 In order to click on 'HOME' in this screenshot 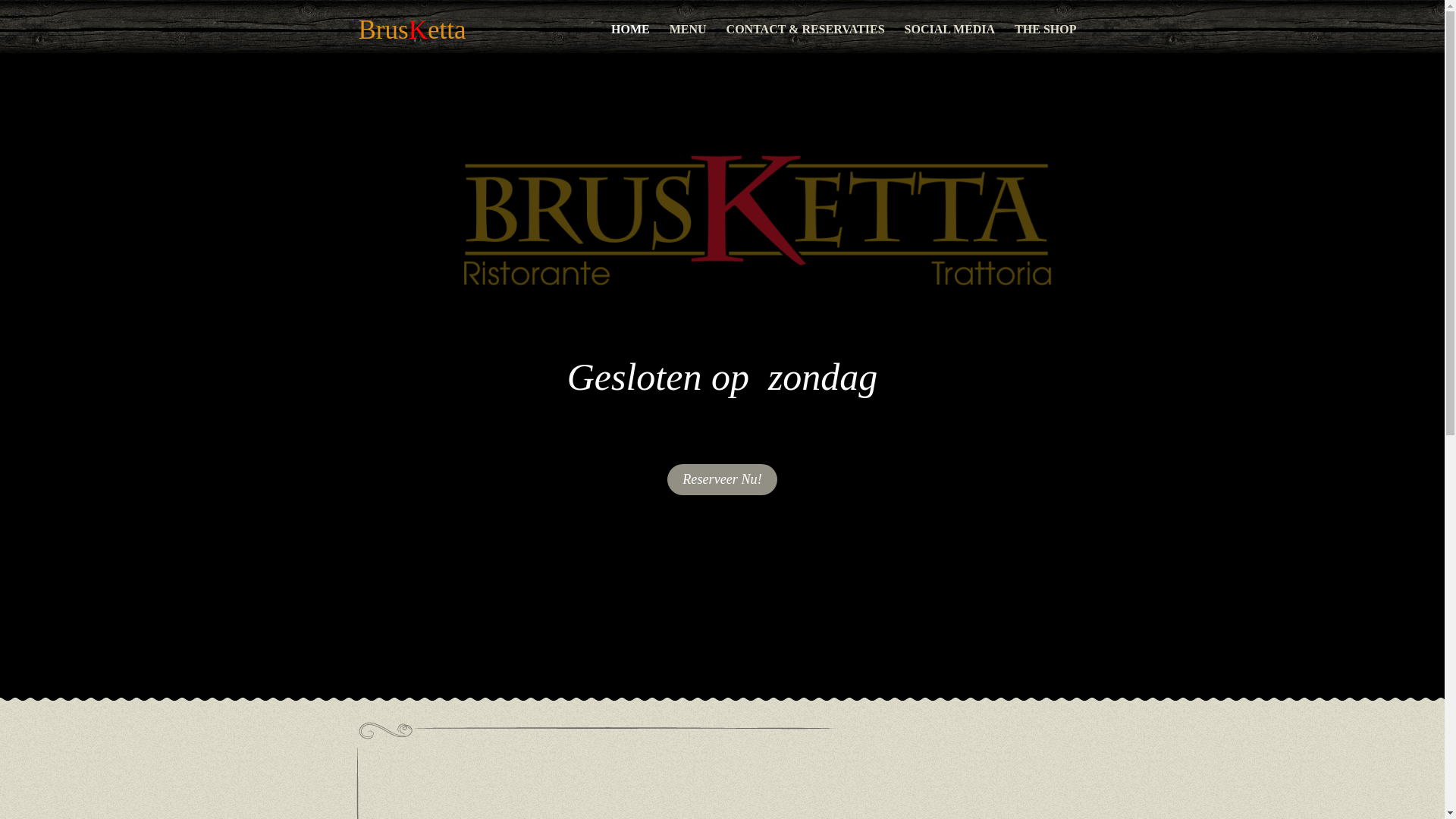, I will do `click(630, 30)`.